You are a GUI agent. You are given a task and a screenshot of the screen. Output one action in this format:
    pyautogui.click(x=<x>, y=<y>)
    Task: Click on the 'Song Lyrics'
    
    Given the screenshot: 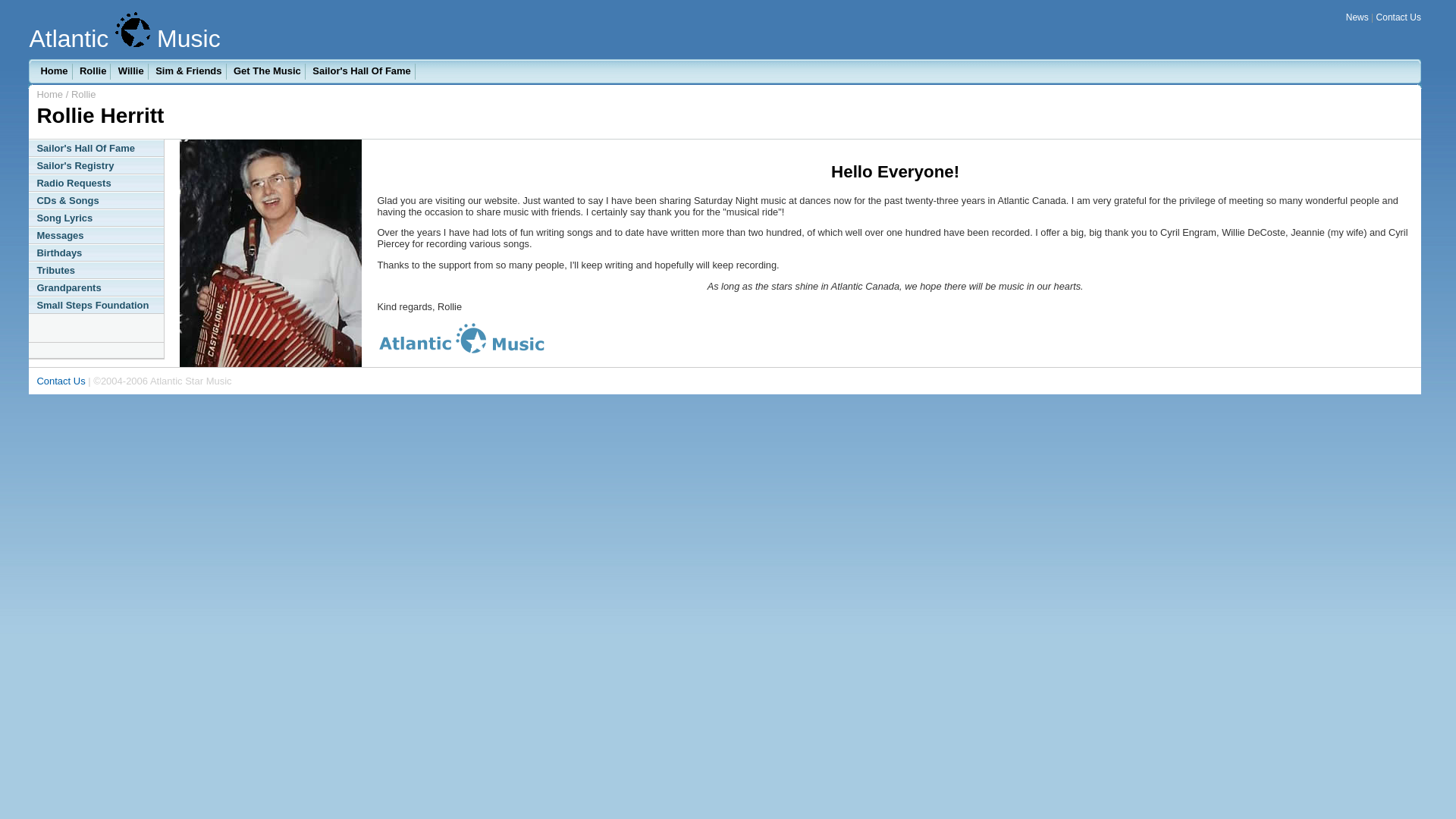 What is the action you would take?
    pyautogui.click(x=95, y=218)
    